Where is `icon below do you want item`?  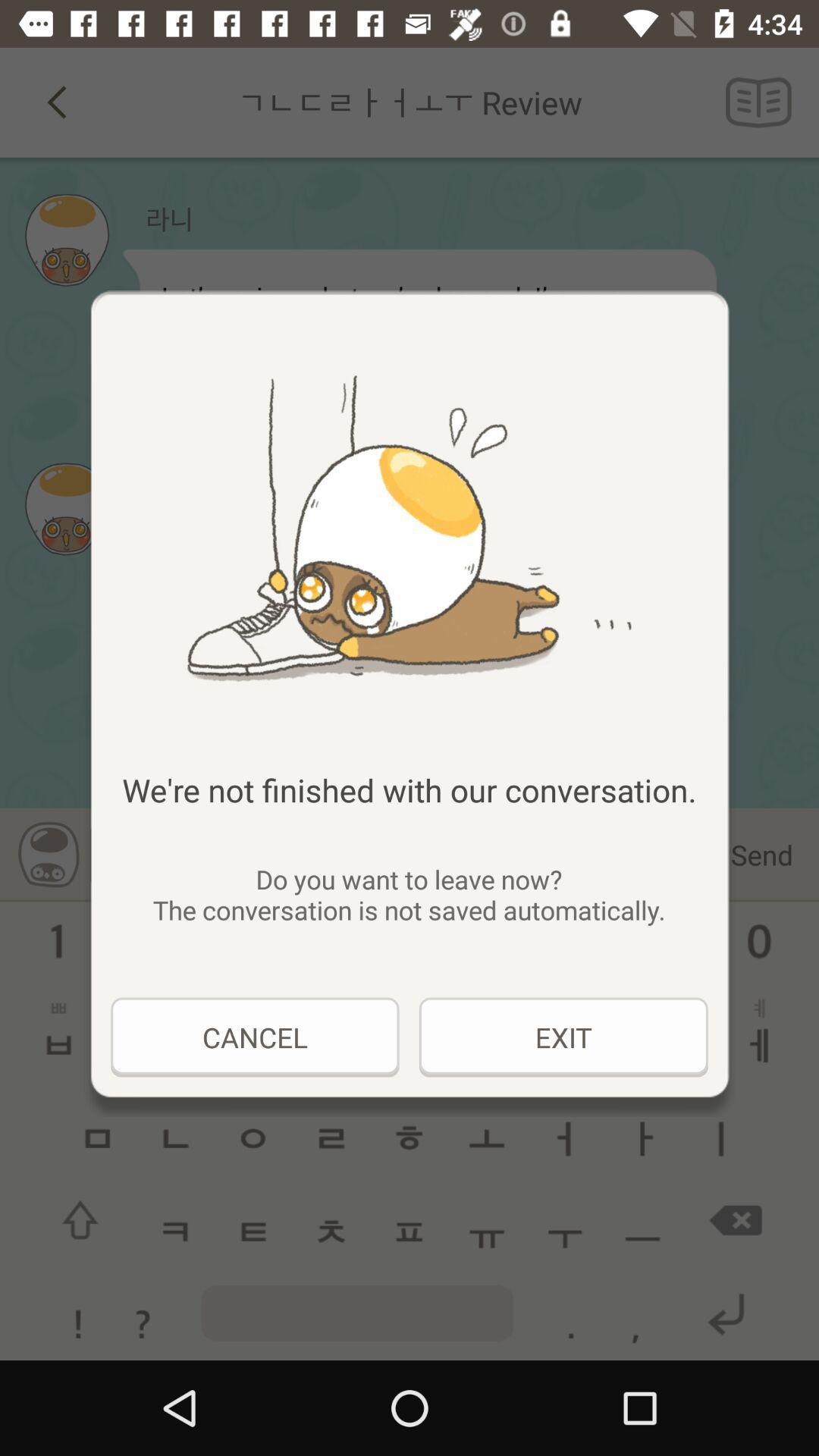 icon below do you want item is located at coordinates (254, 1037).